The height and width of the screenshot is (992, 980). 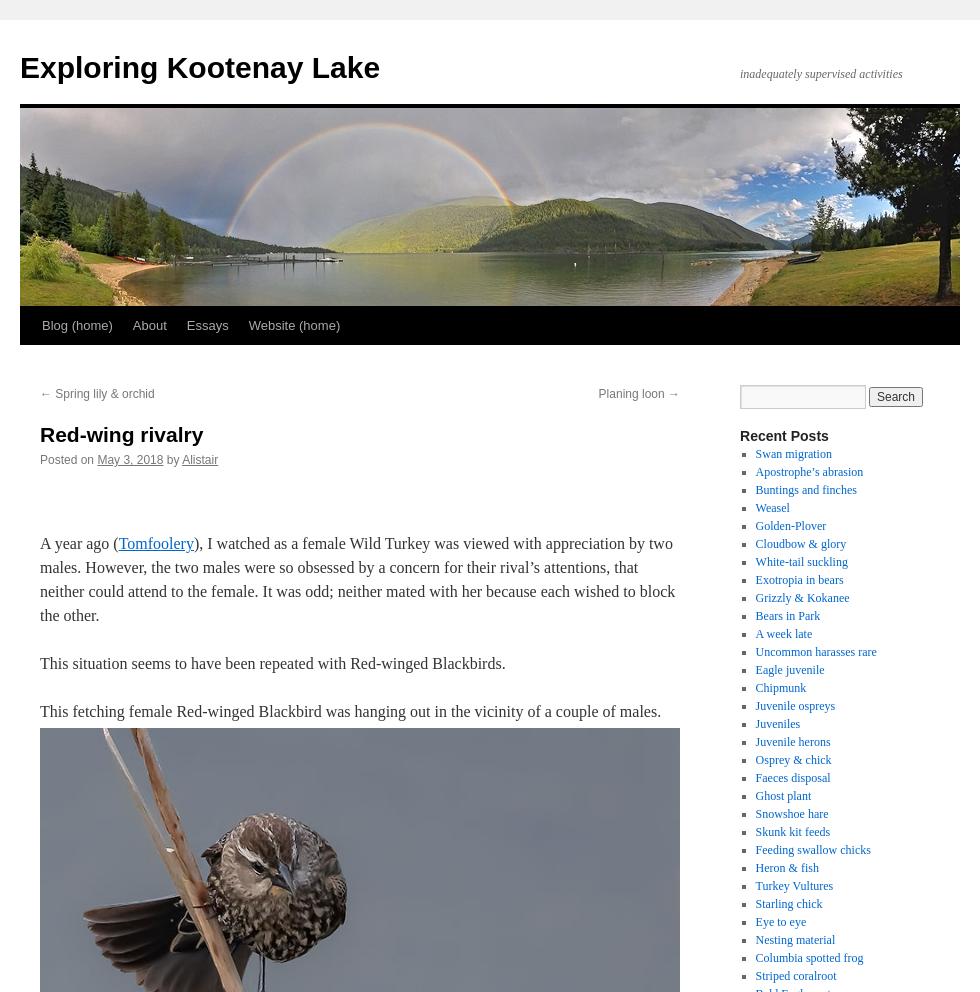 What do you see at coordinates (788, 904) in the screenshot?
I see `'Starling chick'` at bounding box center [788, 904].